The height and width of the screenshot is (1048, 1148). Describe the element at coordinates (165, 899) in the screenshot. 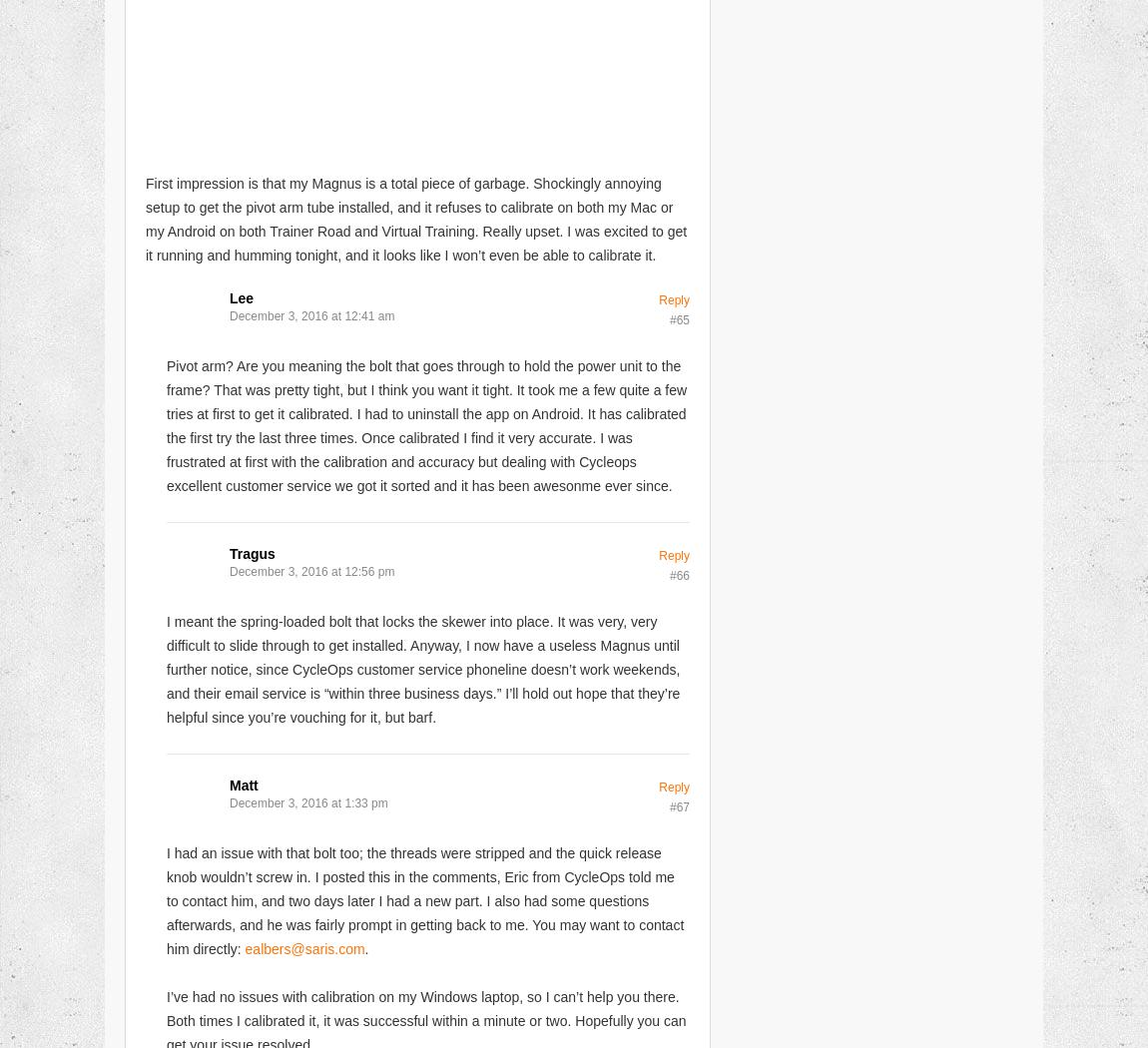

I see `'I had an issue with that bolt too; the threads were stripped and the quick release knob wouldn’t screw in. I posted this in the comments, Eric from CycleOps told me to contact him, and two days later I had a new part. I also had some questions afterwards, and he was fairly prompt in getting back to me. You may want to contact him directly:'` at that location.